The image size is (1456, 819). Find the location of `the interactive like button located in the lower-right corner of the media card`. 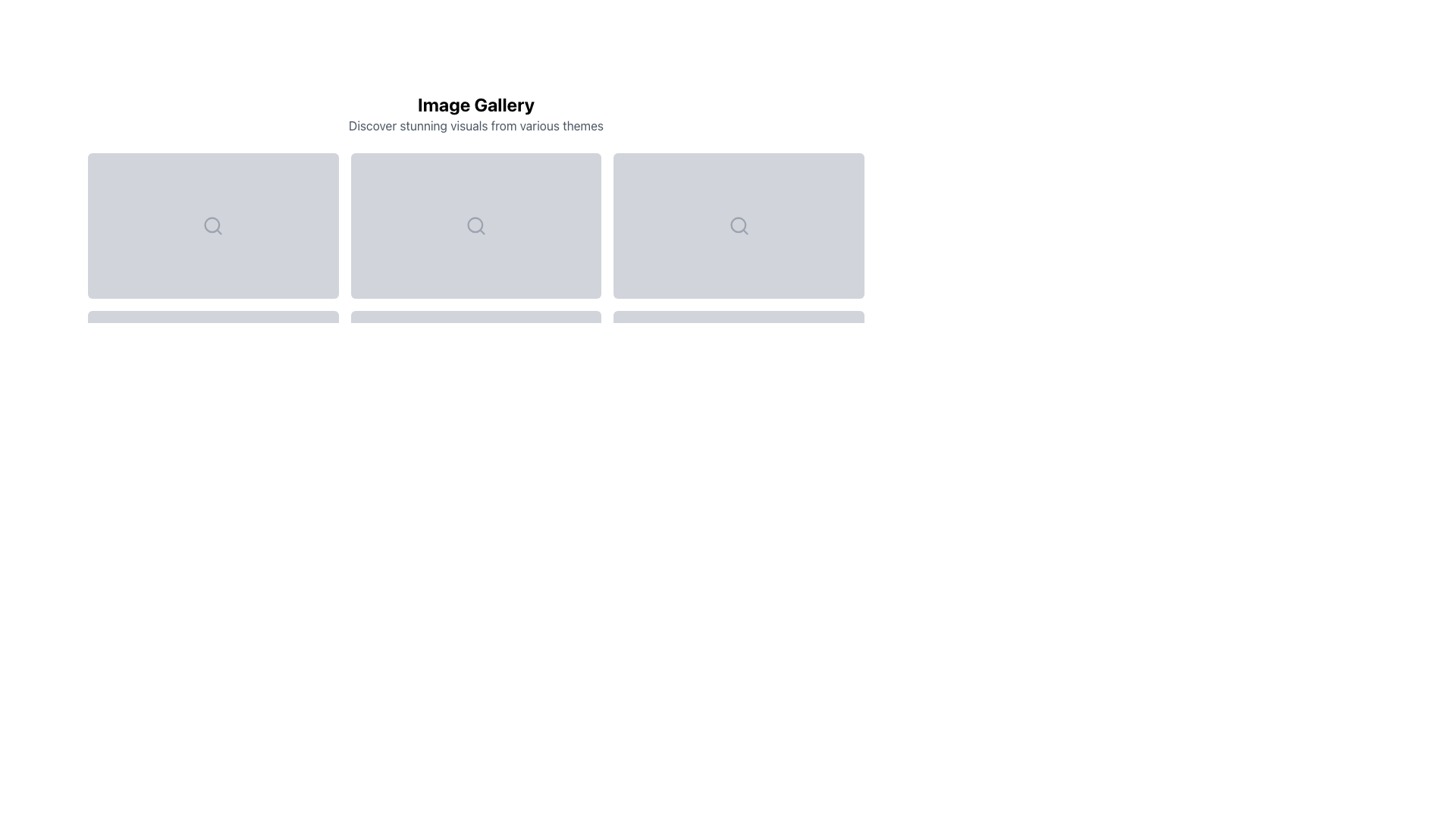

the interactive like button located in the lower-right corner of the media card is located at coordinates (310, 271).